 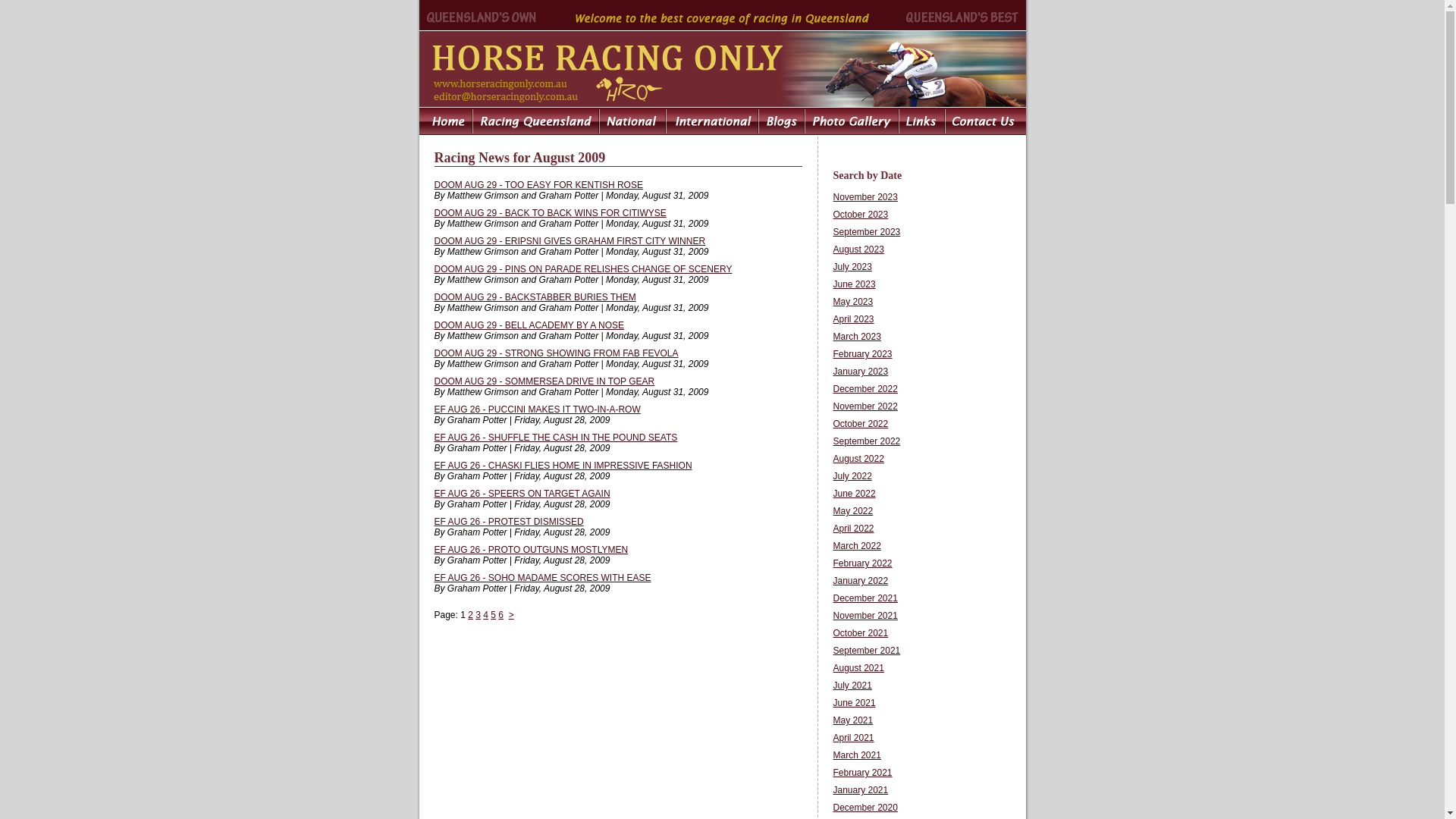 What do you see at coordinates (493, 614) in the screenshot?
I see `'5'` at bounding box center [493, 614].